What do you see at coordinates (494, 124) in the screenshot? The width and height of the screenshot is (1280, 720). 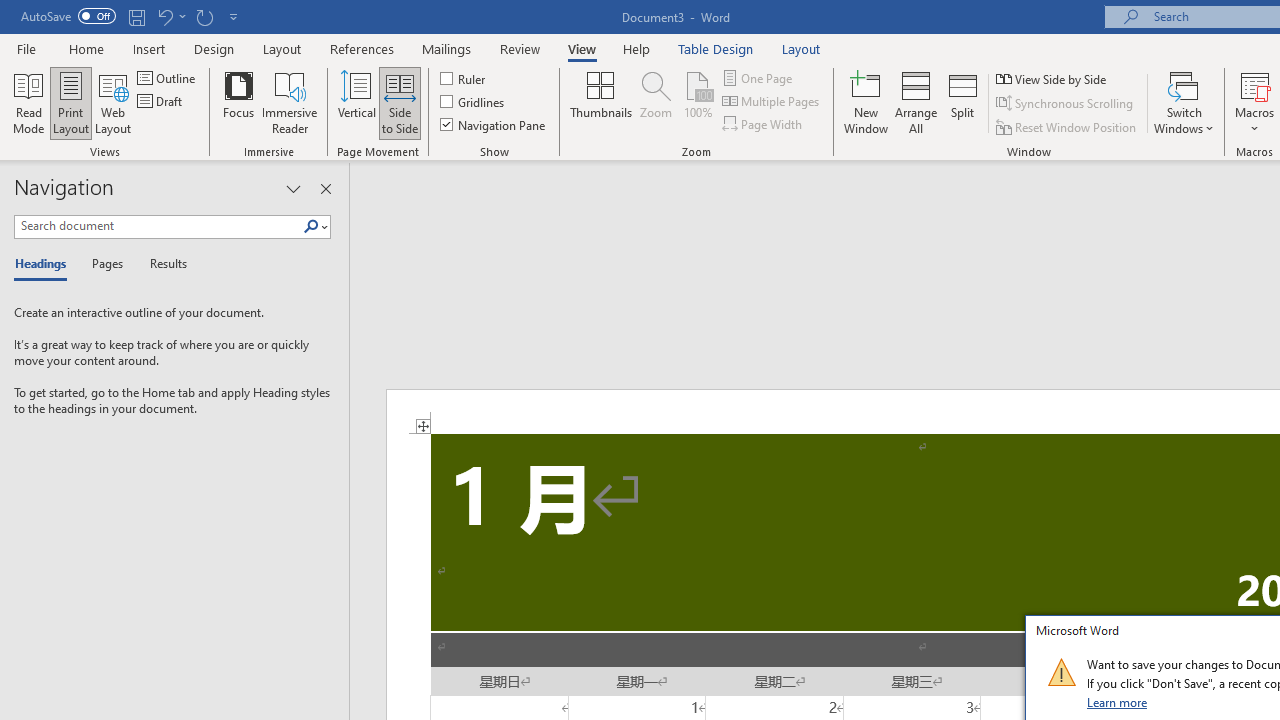 I see `'Navigation Pane'` at bounding box center [494, 124].